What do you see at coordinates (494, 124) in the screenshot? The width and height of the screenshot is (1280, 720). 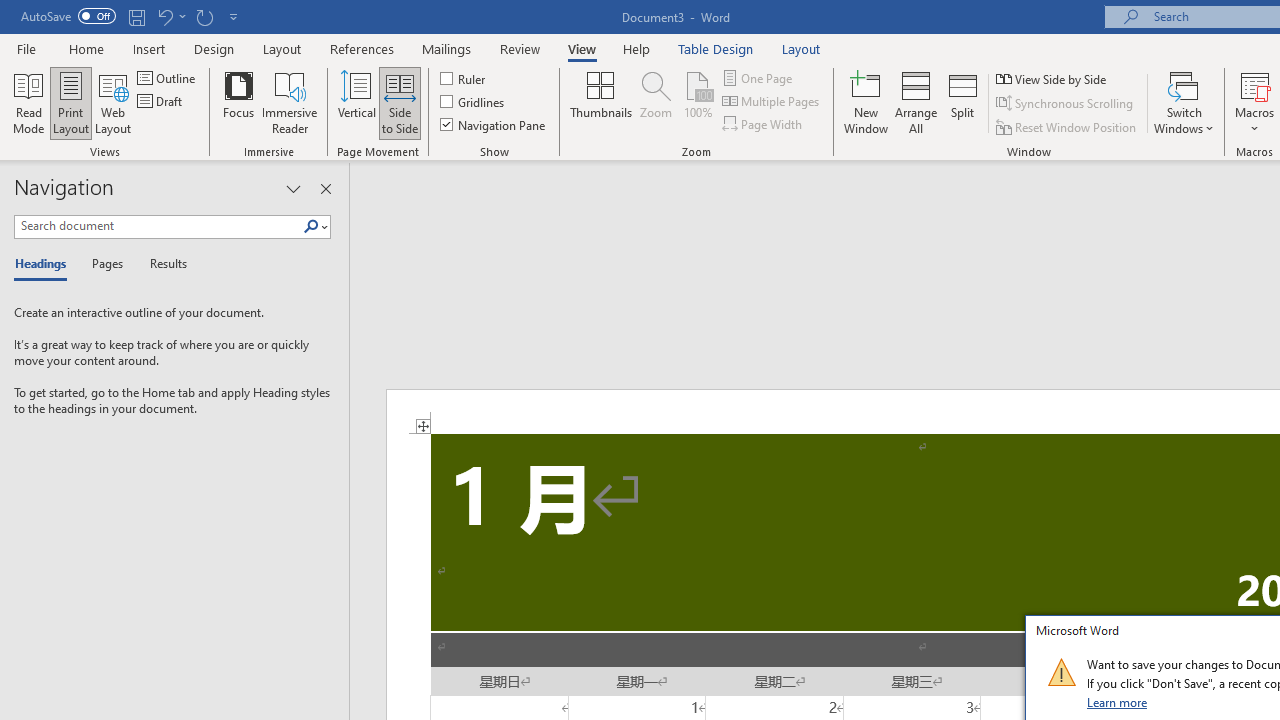 I see `'Navigation Pane'` at bounding box center [494, 124].